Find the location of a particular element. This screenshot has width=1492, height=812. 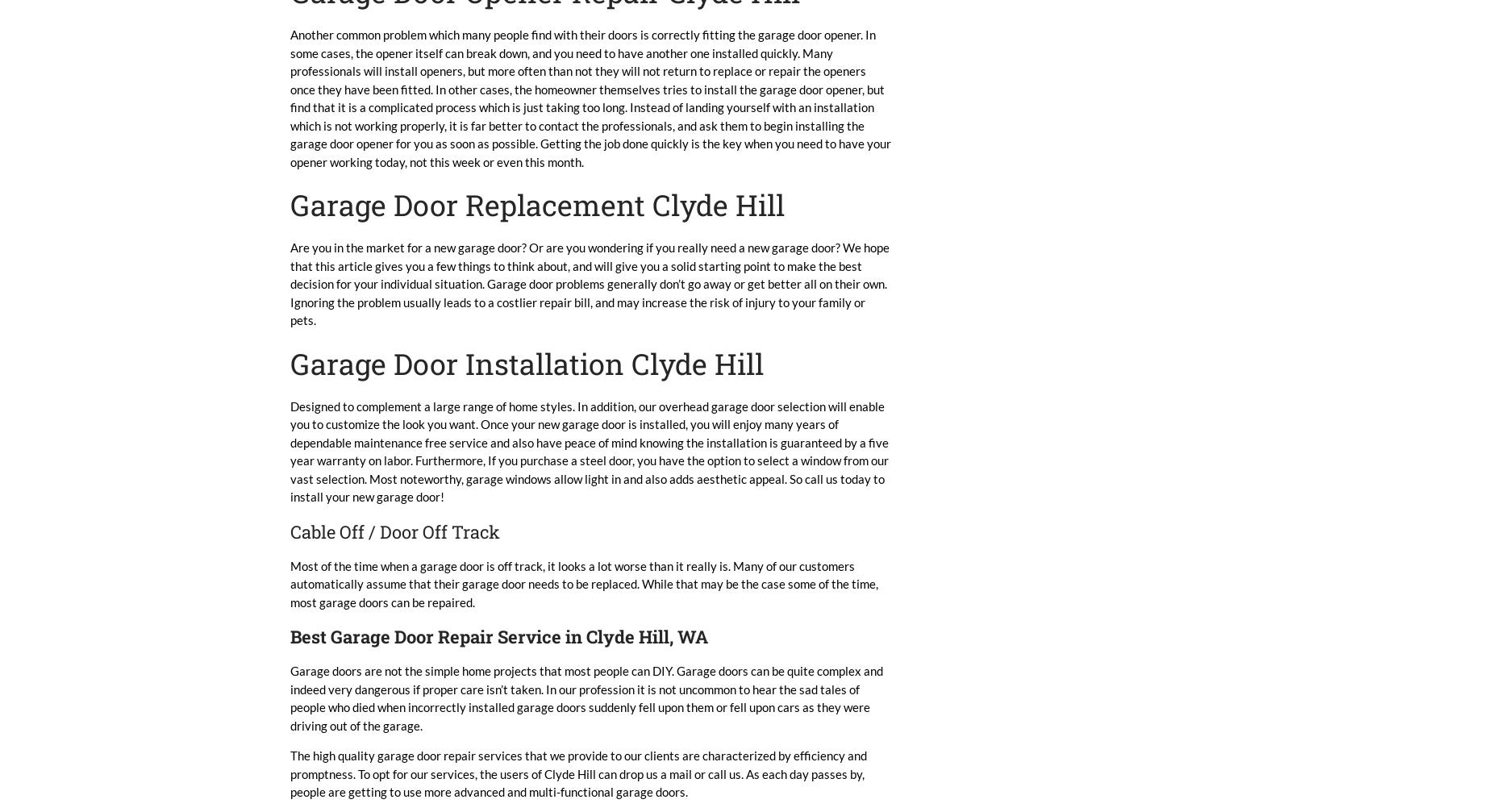

'Another common problem which many people find with their doors is correctly fitting the garage door opener. In some cases, the opener itself can break down, and you need to have another one installed quickly. Many professionals will install openers, but more often than not they will not return to replace or repair the openers once they have been fitted. In other cases, the homeowner themselves tries to install the garage door opener, but find that it is a complicated process which is just taking too long. Instead of landing yourself with an installation which is not working properly, it is far better to contact the professionals, and ask them to begin installing the garage door opener for you as soon as possible. Getting the job done quickly is the key when you need to have your opener working today, not this week or even this month.' is located at coordinates (590, 98).